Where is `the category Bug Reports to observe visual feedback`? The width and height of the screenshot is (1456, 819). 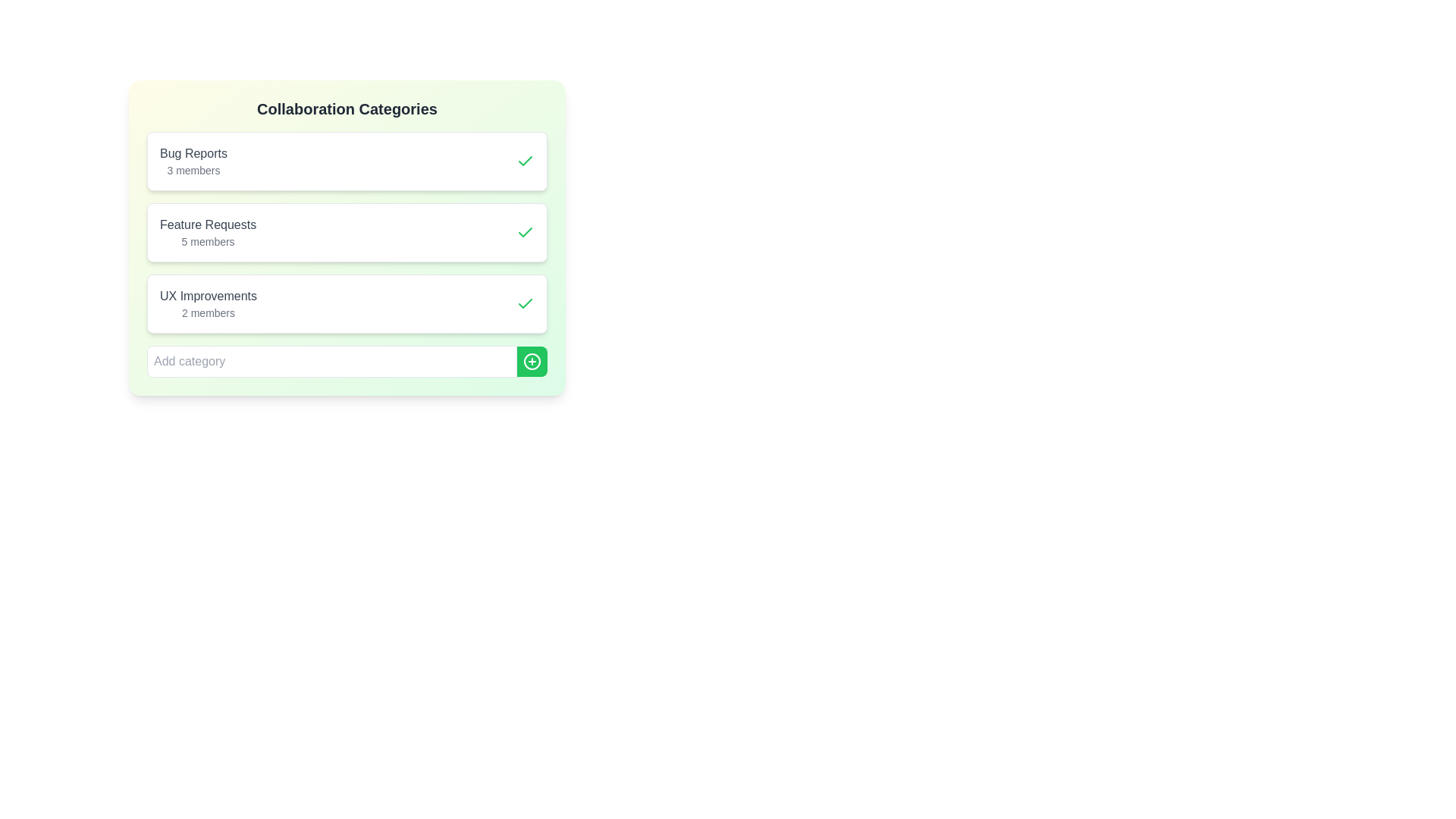
the category Bug Reports to observe visual feedback is located at coordinates (346, 161).